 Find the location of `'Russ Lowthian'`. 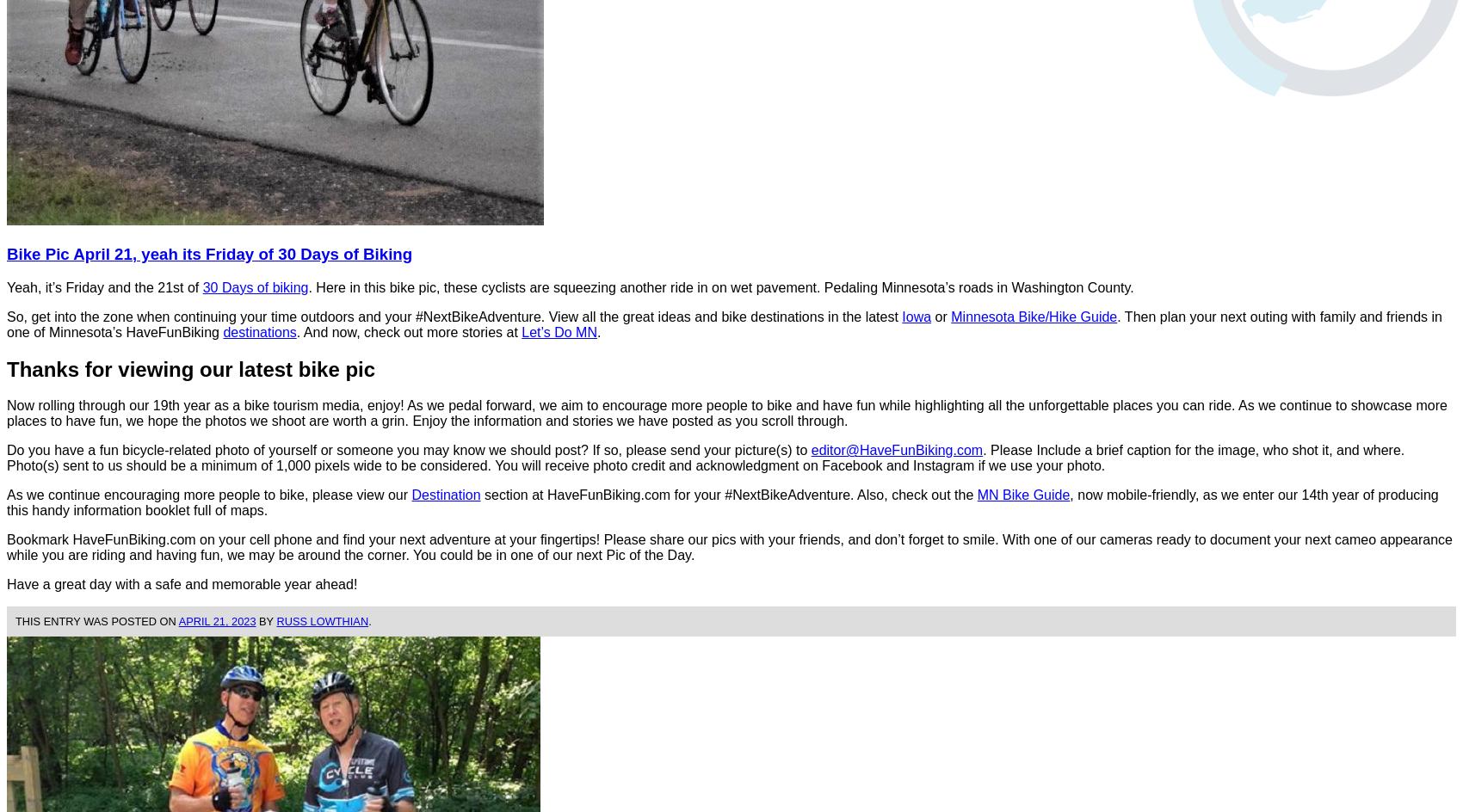

'Russ Lowthian' is located at coordinates (321, 621).